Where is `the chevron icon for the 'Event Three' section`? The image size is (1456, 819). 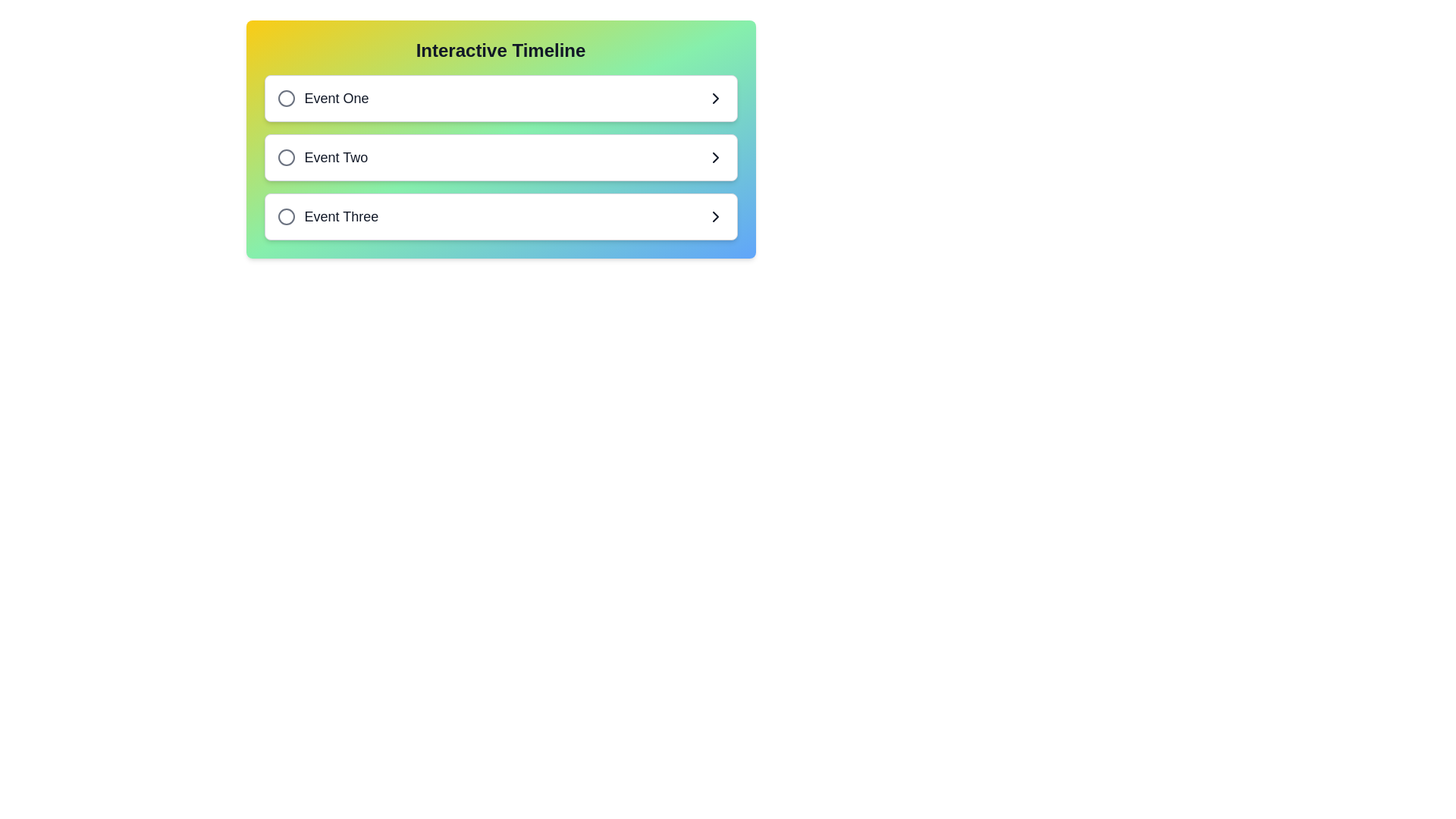 the chevron icon for the 'Event Three' section is located at coordinates (714, 216).